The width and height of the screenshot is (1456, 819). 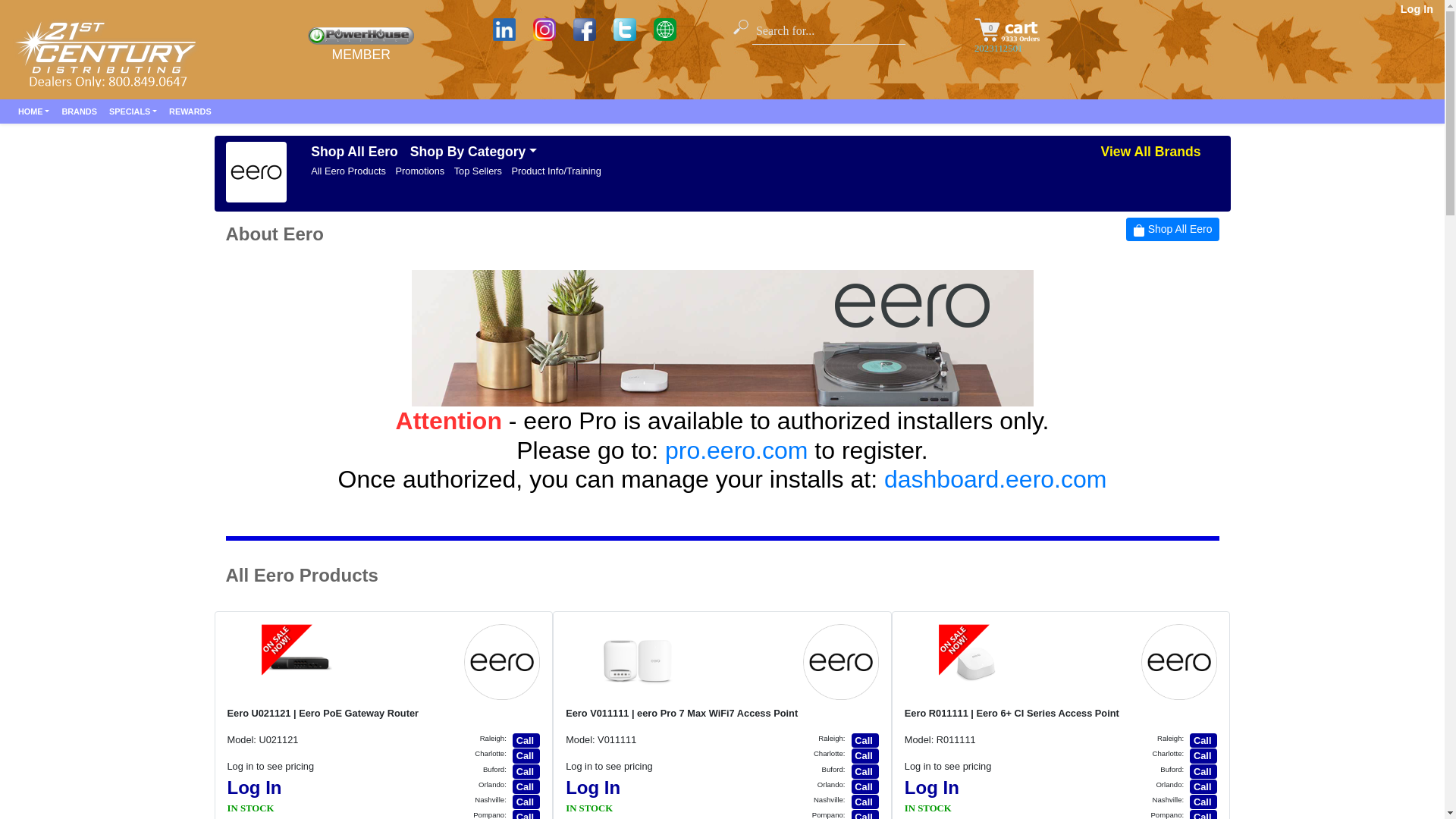 I want to click on 'Shop All Eero', so click(x=1125, y=229).